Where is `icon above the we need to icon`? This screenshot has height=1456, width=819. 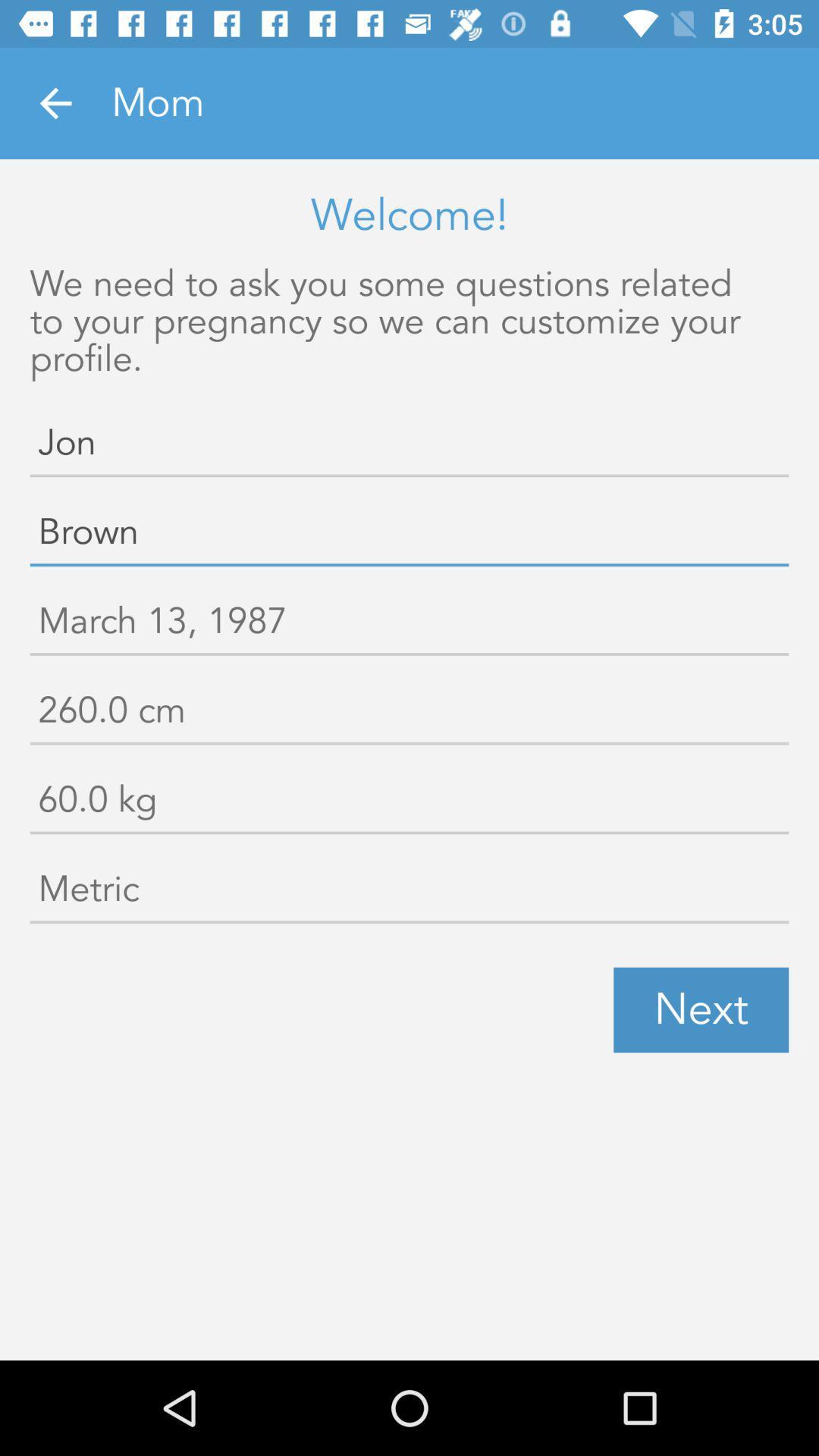 icon above the we need to icon is located at coordinates (55, 102).